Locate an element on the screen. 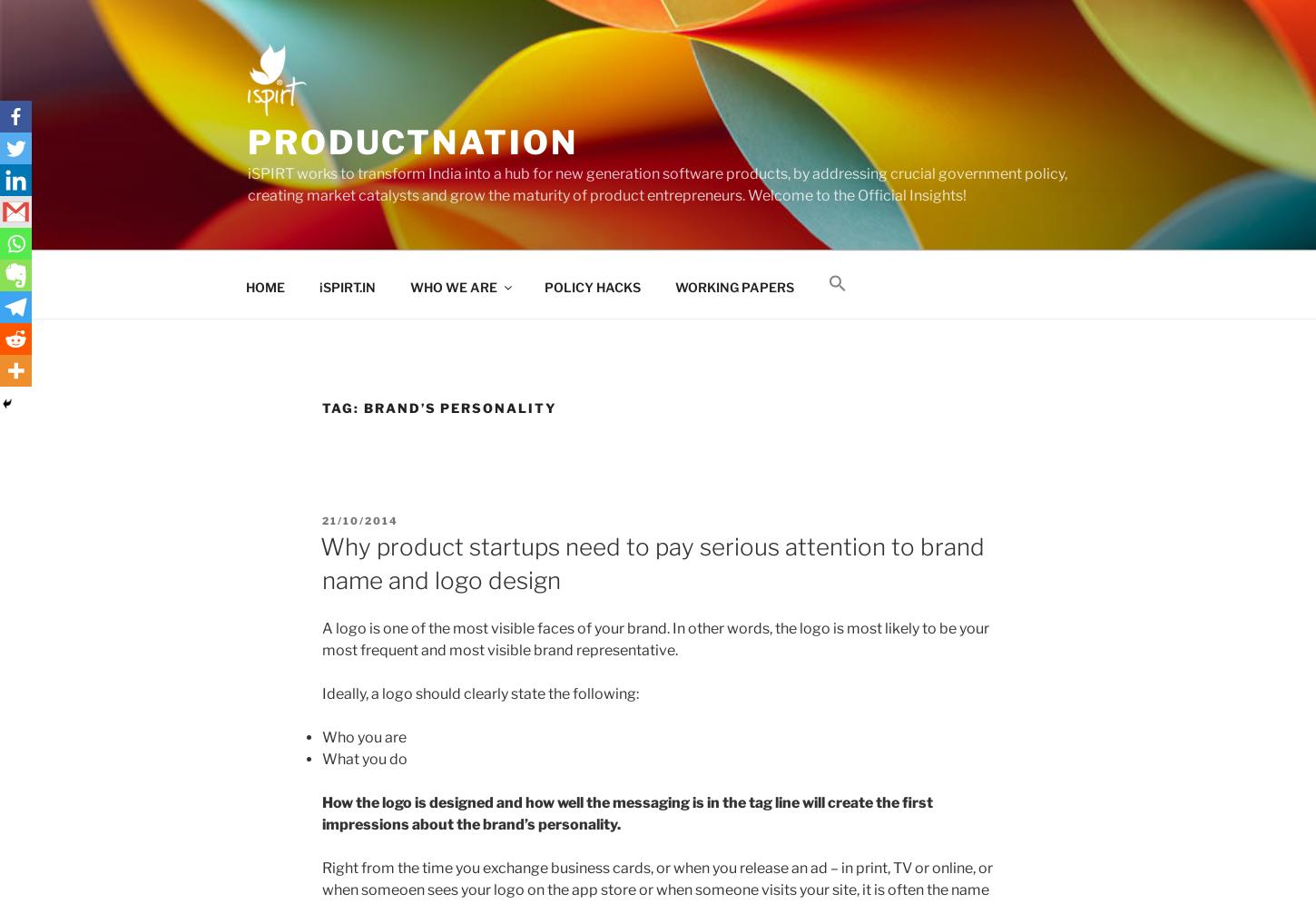 The height and width of the screenshot is (904, 1316). 'POLICY HACKS' is located at coordinates (591, 285).